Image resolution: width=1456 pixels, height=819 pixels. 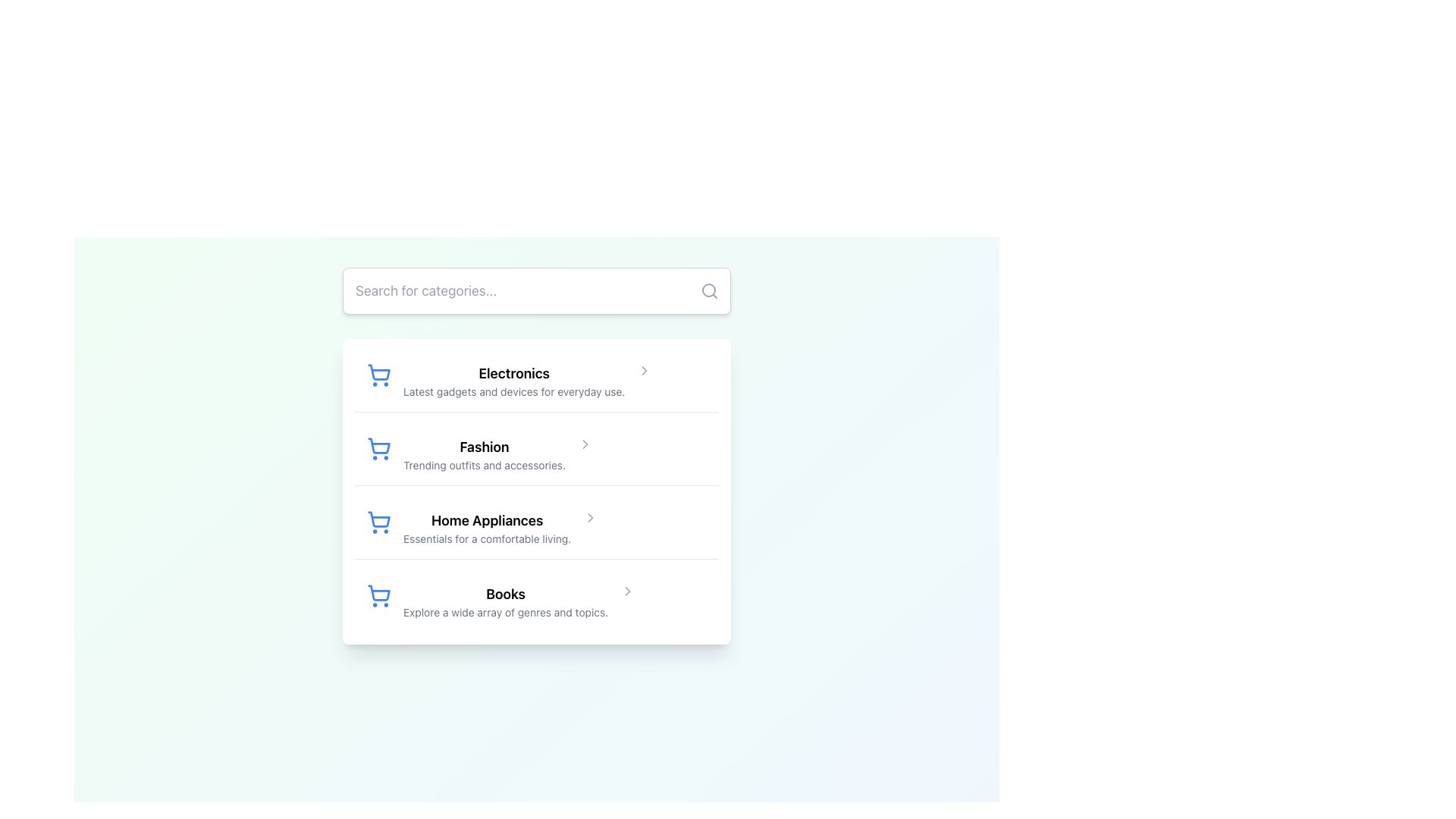 What do you see at coordinates (379, 519) in the screenshot?
I see `the blue shopping cart icon next to the 'Home Appliances' text in the vertical list of categories` at bounding box center [379, 519].